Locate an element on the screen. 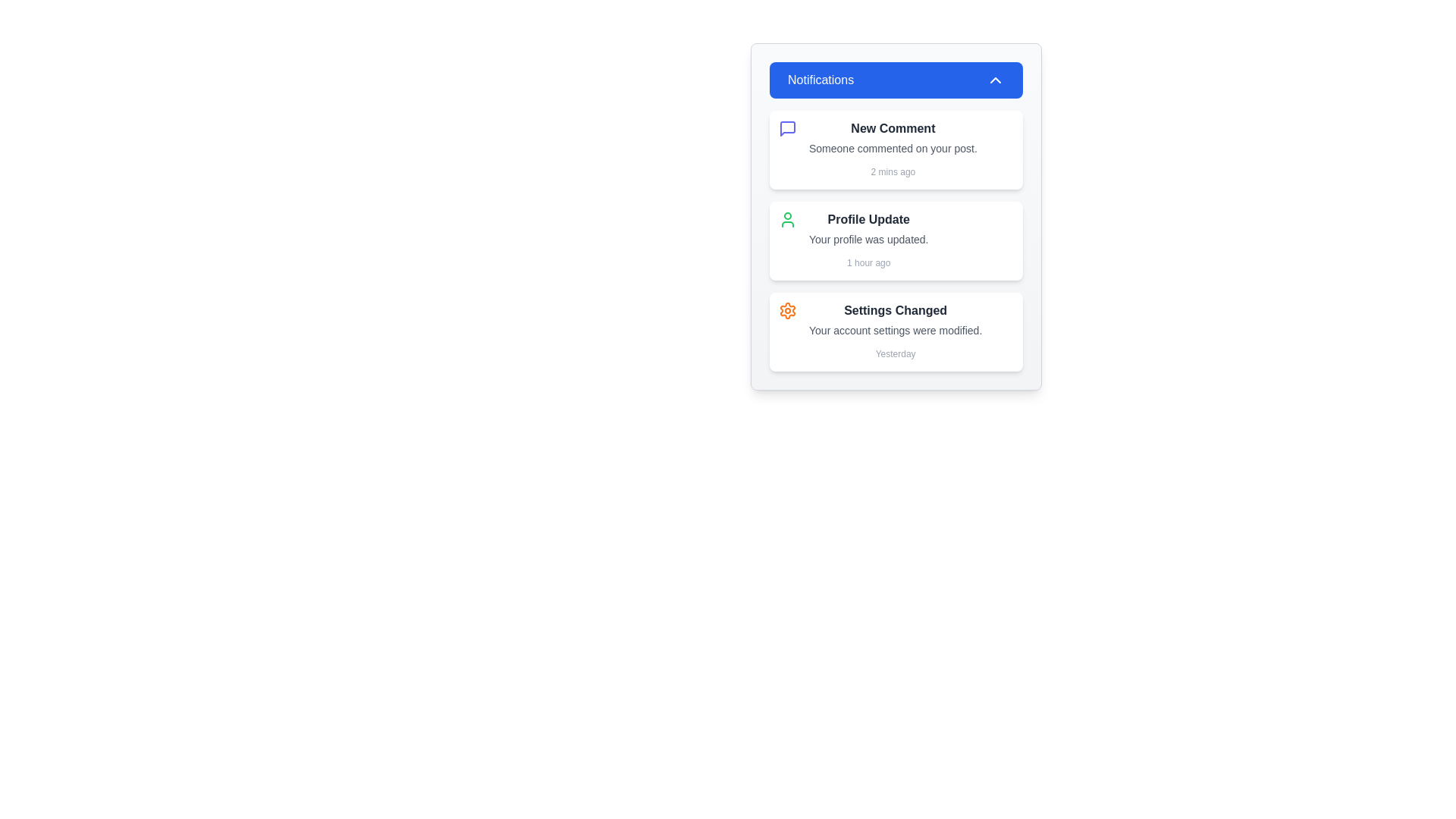  text of the third notification item in the notifications dropdown, which informs the user about a recent change to their account settings is located at coordinates (896, 331).